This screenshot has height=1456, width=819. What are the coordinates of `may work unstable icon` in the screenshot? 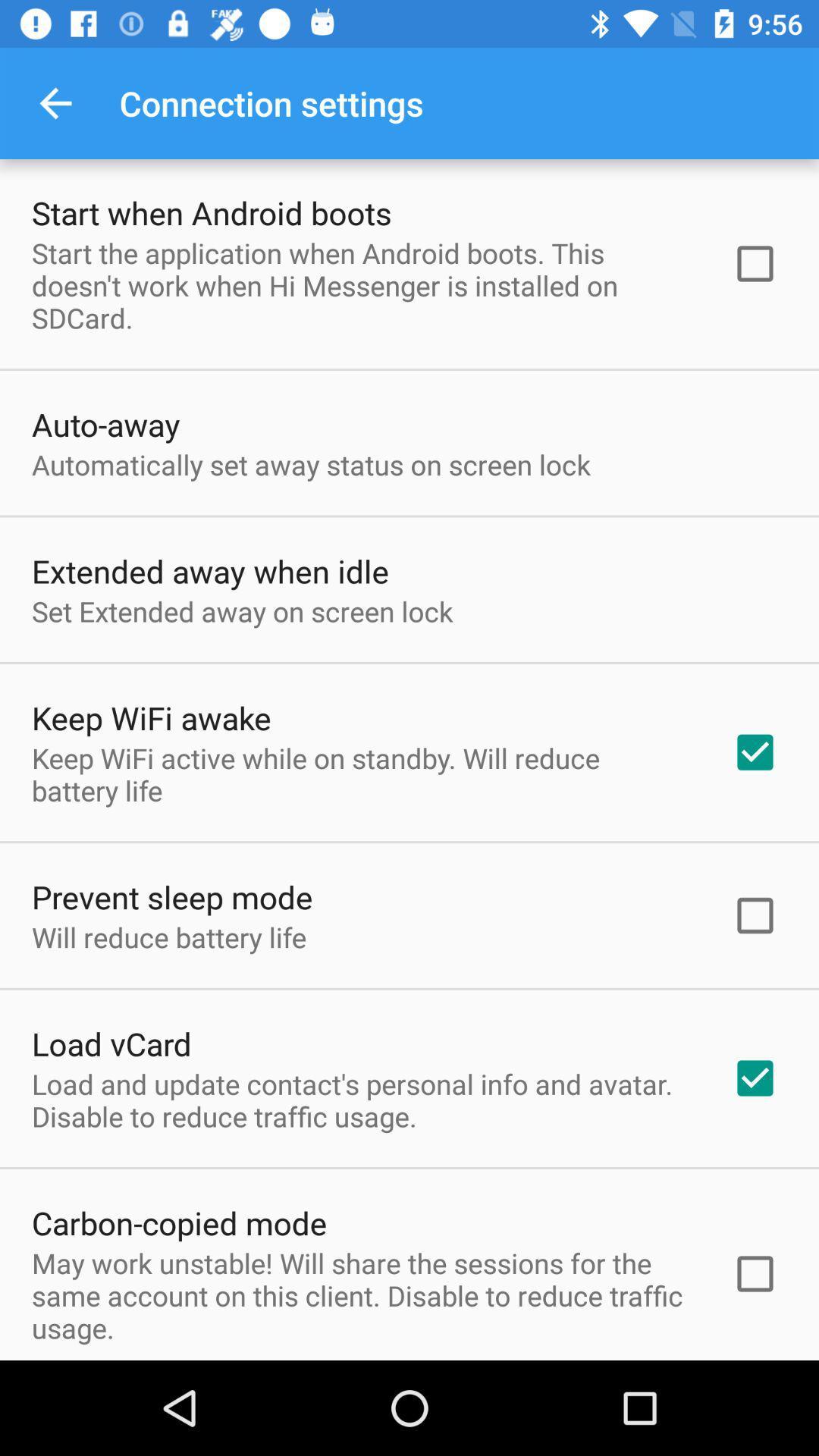 It's located at (362, 1294).